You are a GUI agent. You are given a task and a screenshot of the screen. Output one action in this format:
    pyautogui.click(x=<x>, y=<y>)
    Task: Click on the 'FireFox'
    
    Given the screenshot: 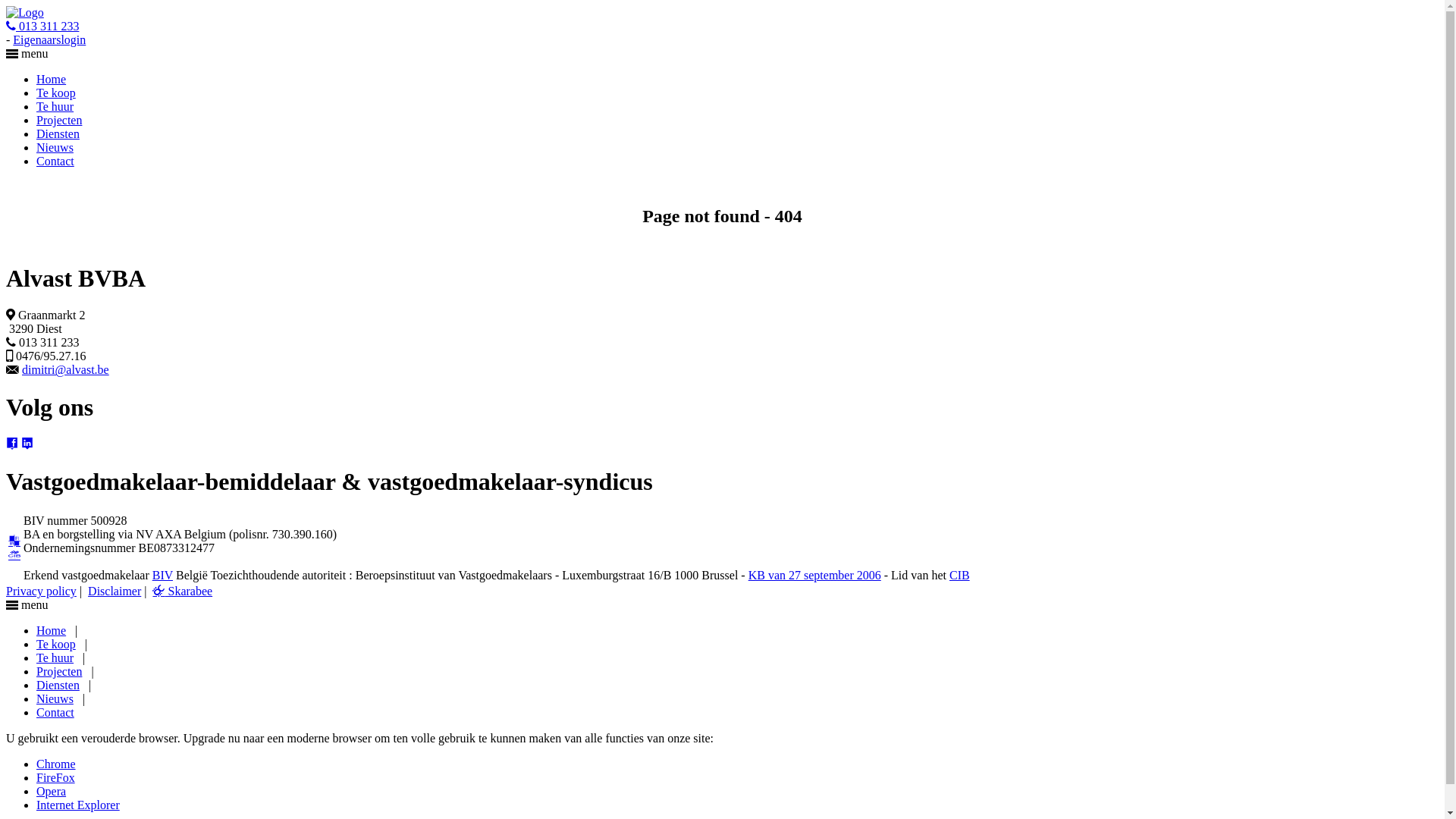 What is the action you would take?
    pyautogui.click(x=55, y=777)
    